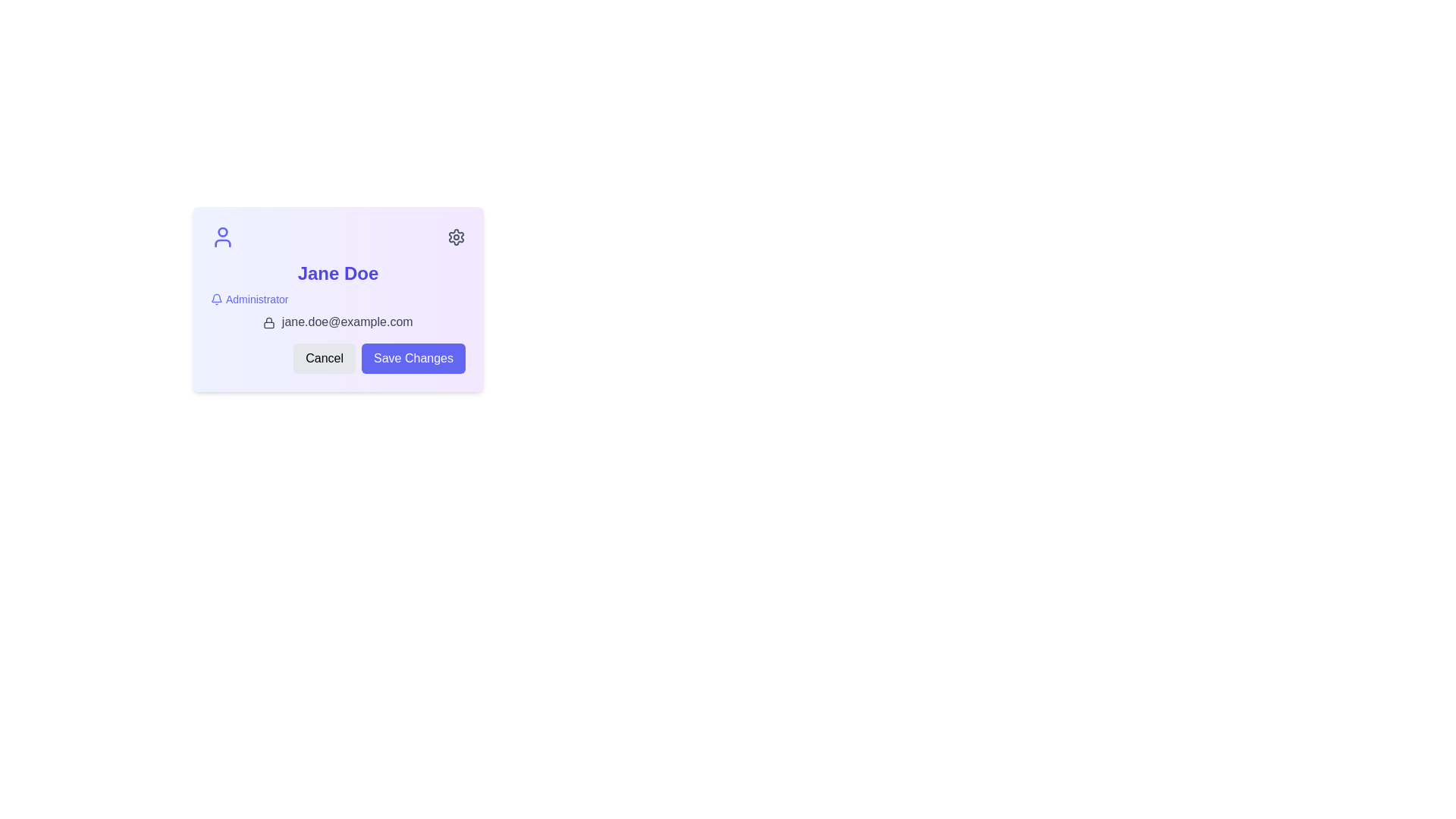 Image resolution: width=1456 pixels, height=819 pixels. What do you see at coordinates (337, 321) in the screenshot?
I see `the static text displaying the user's email address, which is indicated by a lock icon and is located below the role designation 'Administrator' in the user profile card` at bounding box center [337, 321].